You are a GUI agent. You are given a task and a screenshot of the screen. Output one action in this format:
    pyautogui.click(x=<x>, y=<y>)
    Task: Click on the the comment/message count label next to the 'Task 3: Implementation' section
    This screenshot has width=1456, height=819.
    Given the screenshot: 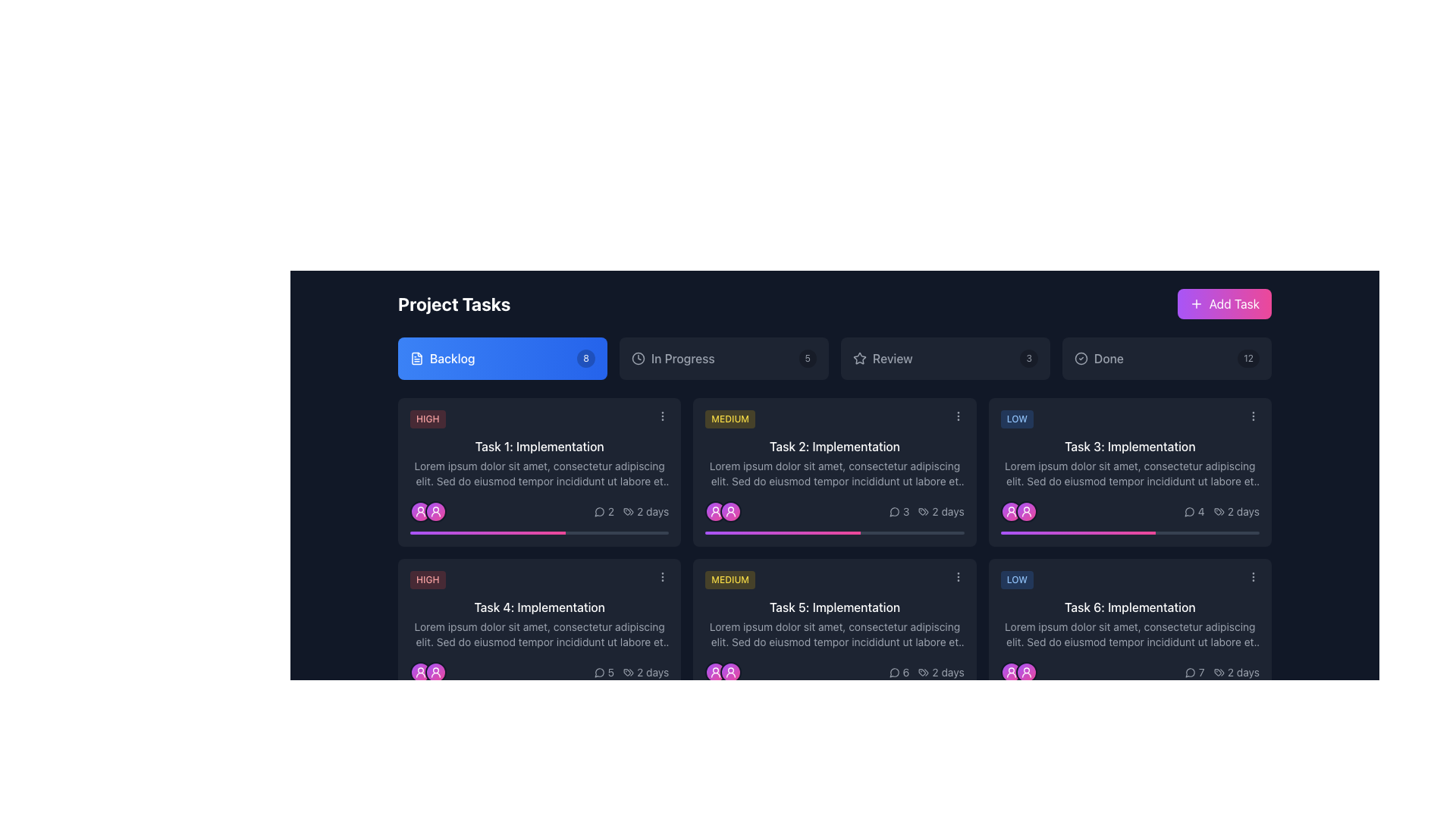 What is the action you would take?
    pyautogui.click(x=1194, y=512)
    